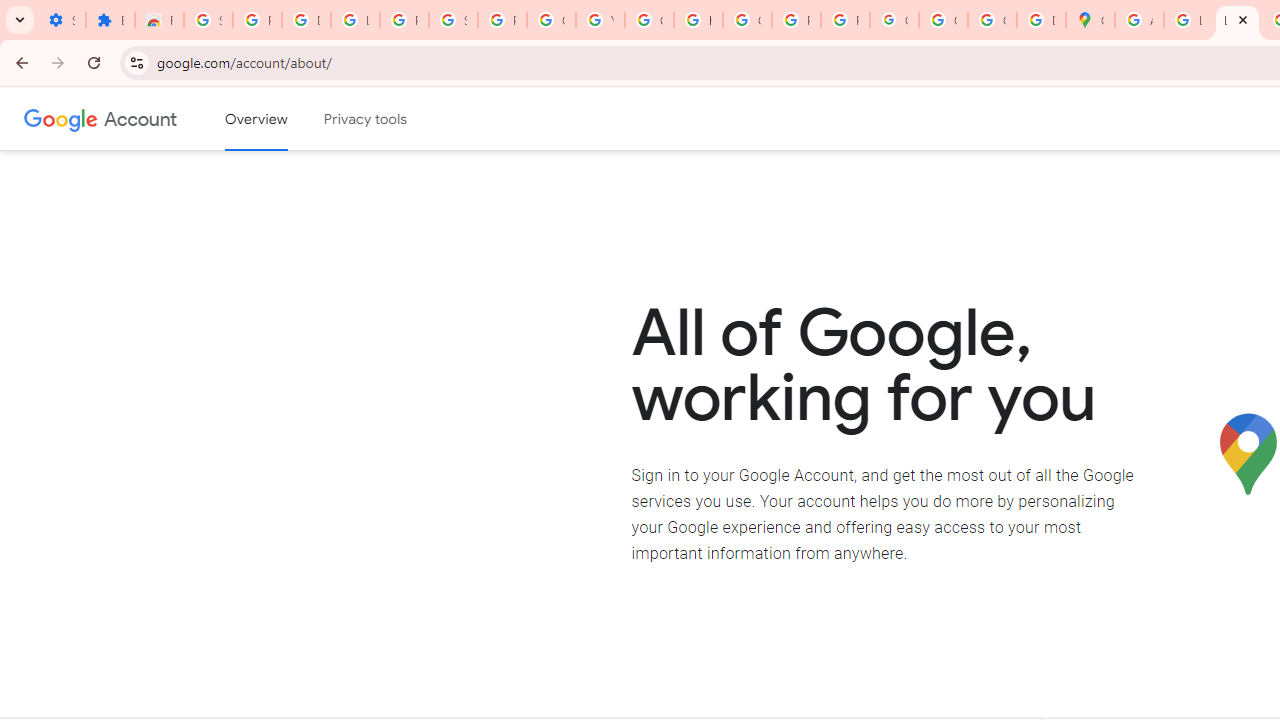 Image resolution: width=1280 pixels, height=720 pixels. I want to click on 'Google logo', so click(61, 118).